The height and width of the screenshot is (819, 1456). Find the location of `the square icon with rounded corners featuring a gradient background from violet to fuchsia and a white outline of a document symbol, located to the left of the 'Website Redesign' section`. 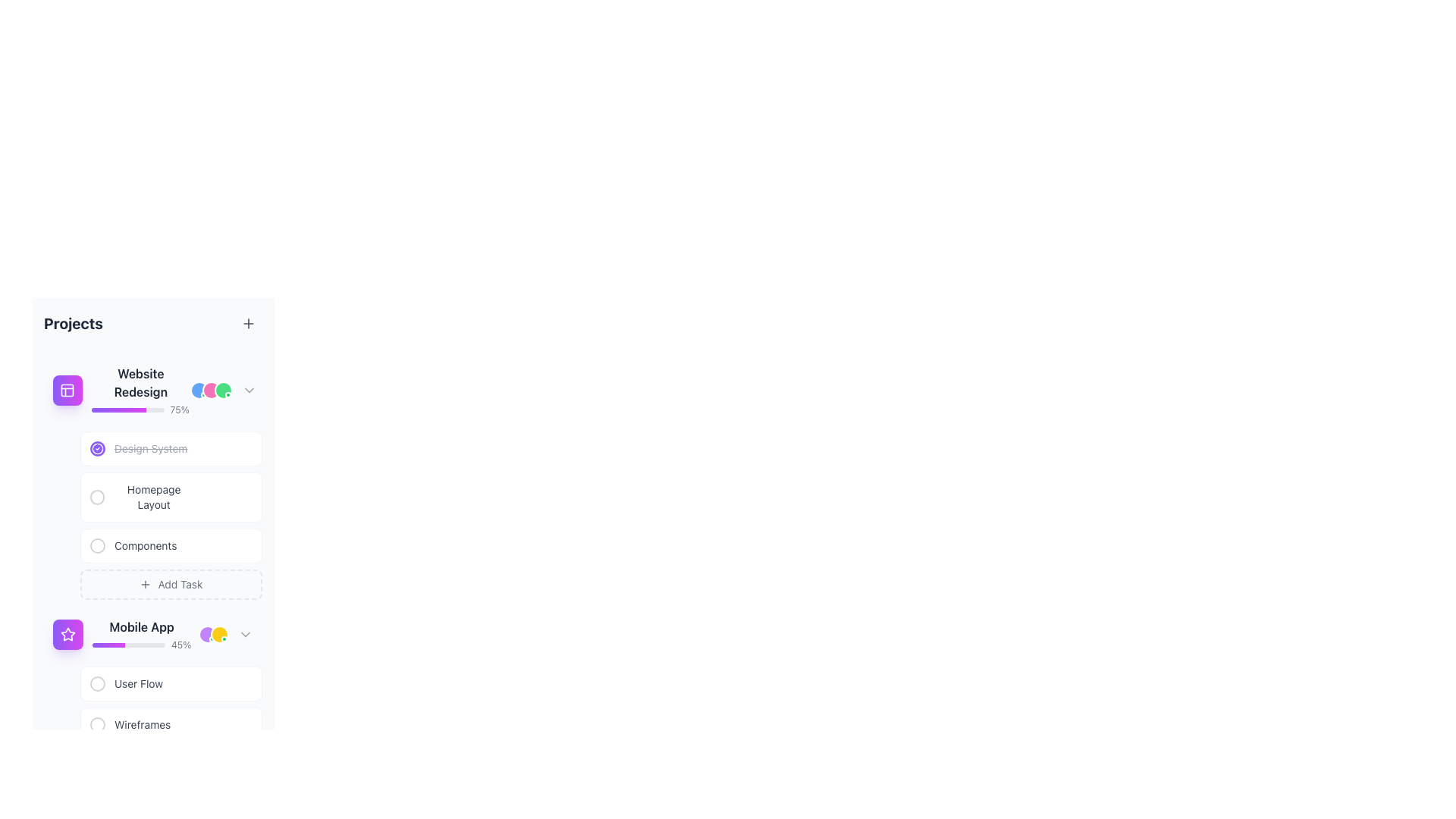

the square icon with rounded corners featuring a gradient background from violet to fuchsia and a white outline of a document symbol, located to the left of the 'Website Redesign' section is located at coordinates (67, 390).